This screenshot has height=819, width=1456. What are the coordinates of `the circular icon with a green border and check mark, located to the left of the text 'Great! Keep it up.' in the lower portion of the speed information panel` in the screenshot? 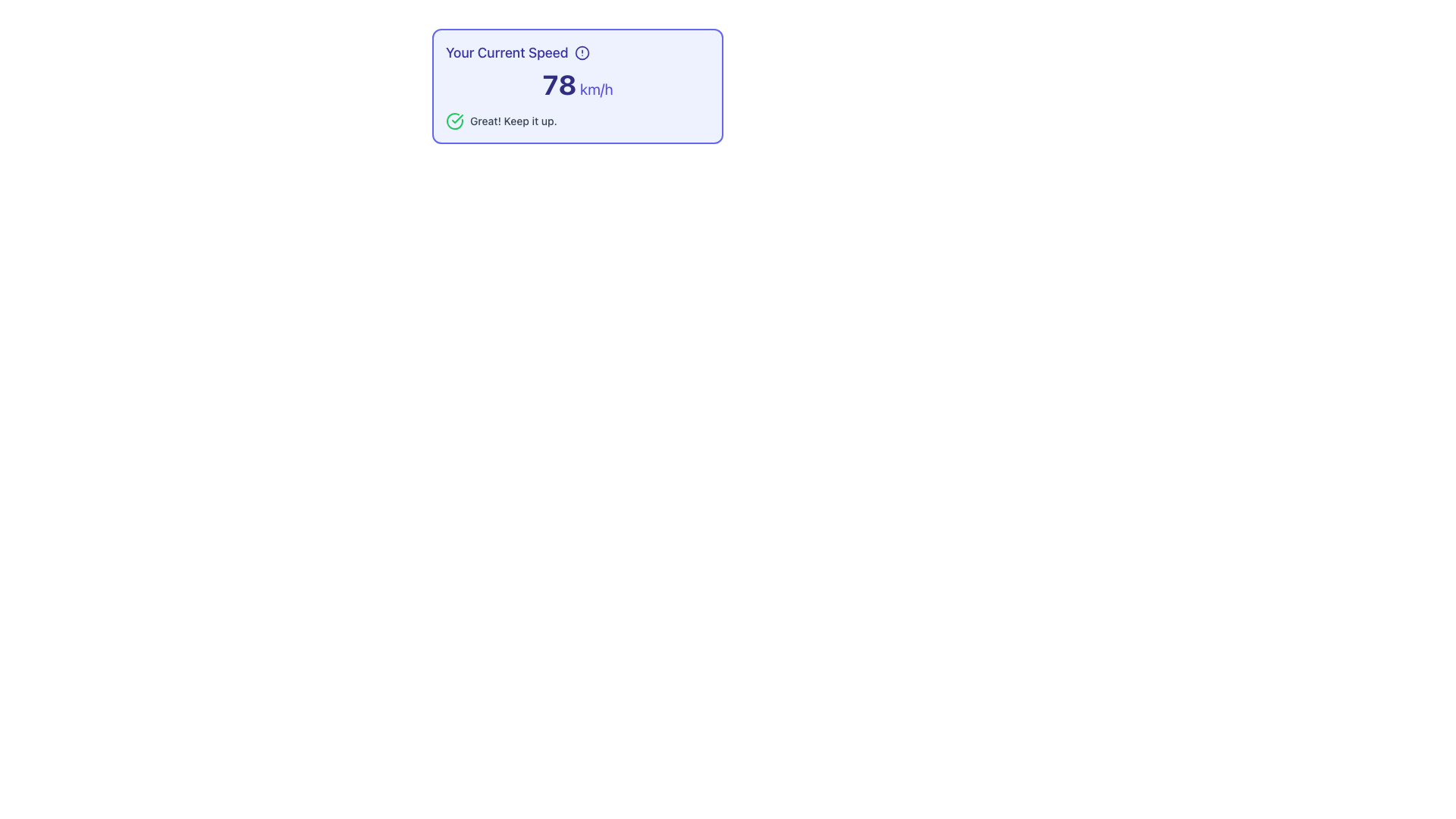 It's located at (454, 120).